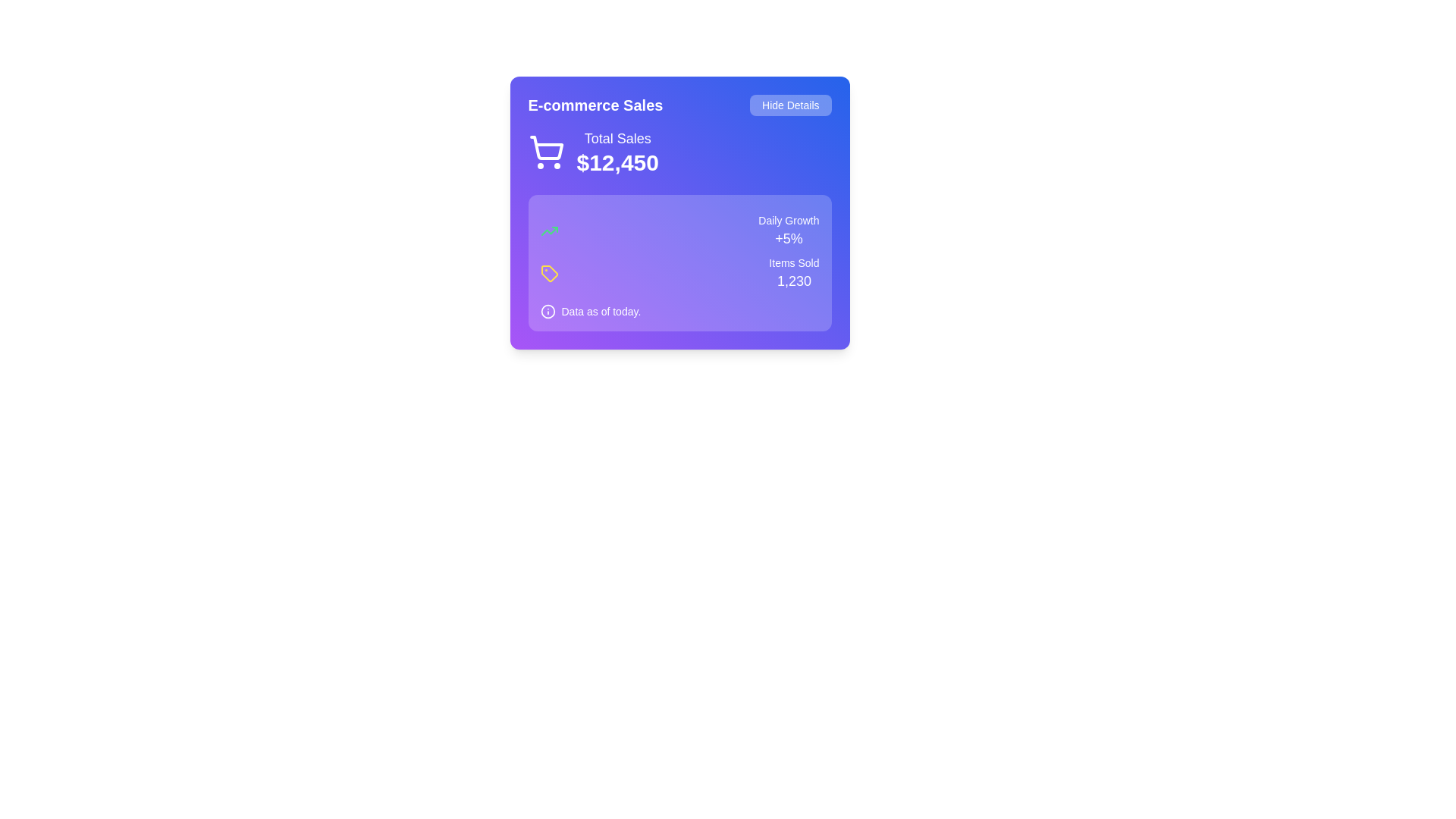  I want to click on the text block displaying the daily growth percentage located within the purple panel in the lower-right section, adjacent to the 'Items Sold 1,230' label, so click(789, 231).